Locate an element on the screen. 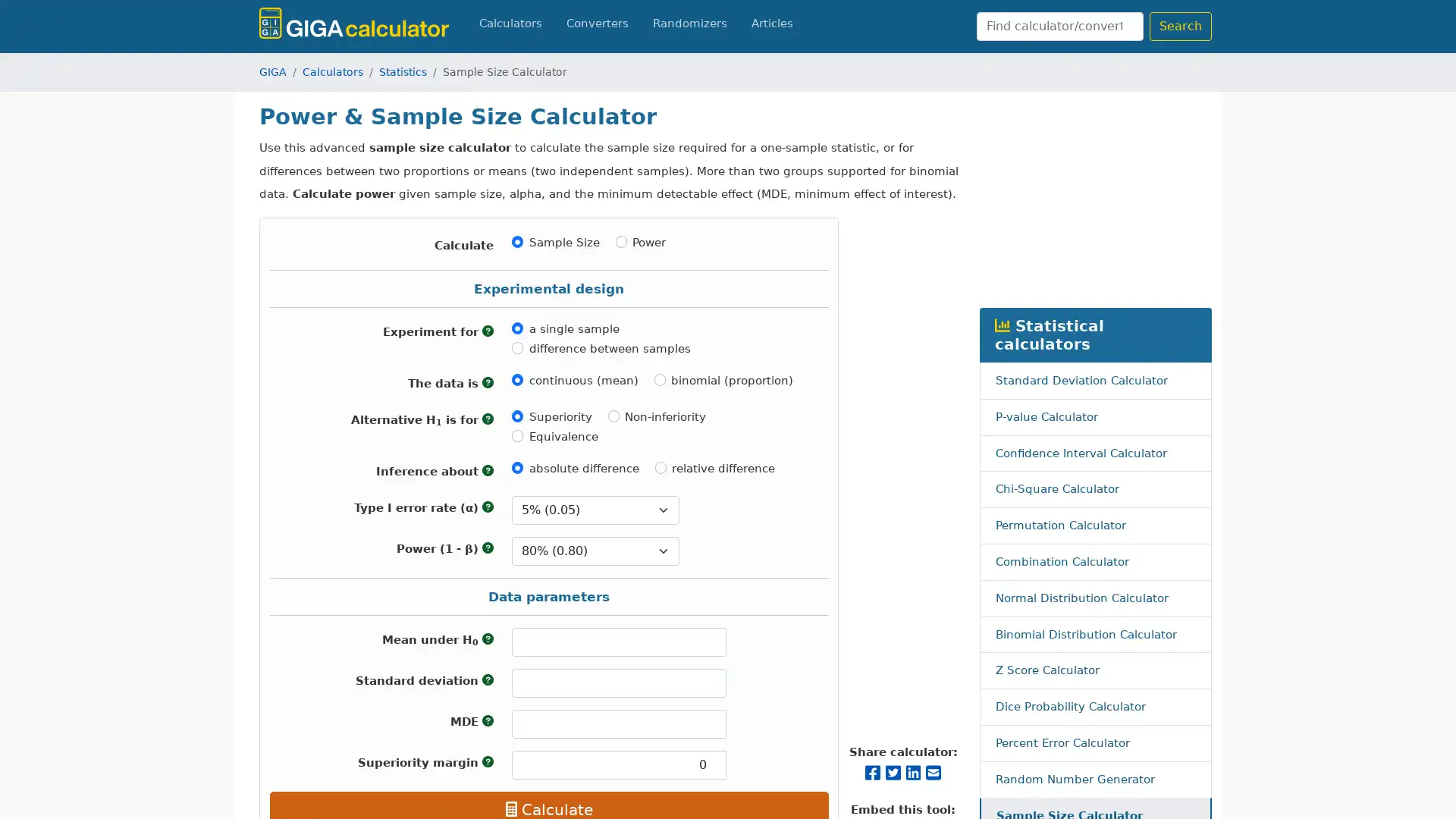  Help: MDE is located at coordinates (487, 720).